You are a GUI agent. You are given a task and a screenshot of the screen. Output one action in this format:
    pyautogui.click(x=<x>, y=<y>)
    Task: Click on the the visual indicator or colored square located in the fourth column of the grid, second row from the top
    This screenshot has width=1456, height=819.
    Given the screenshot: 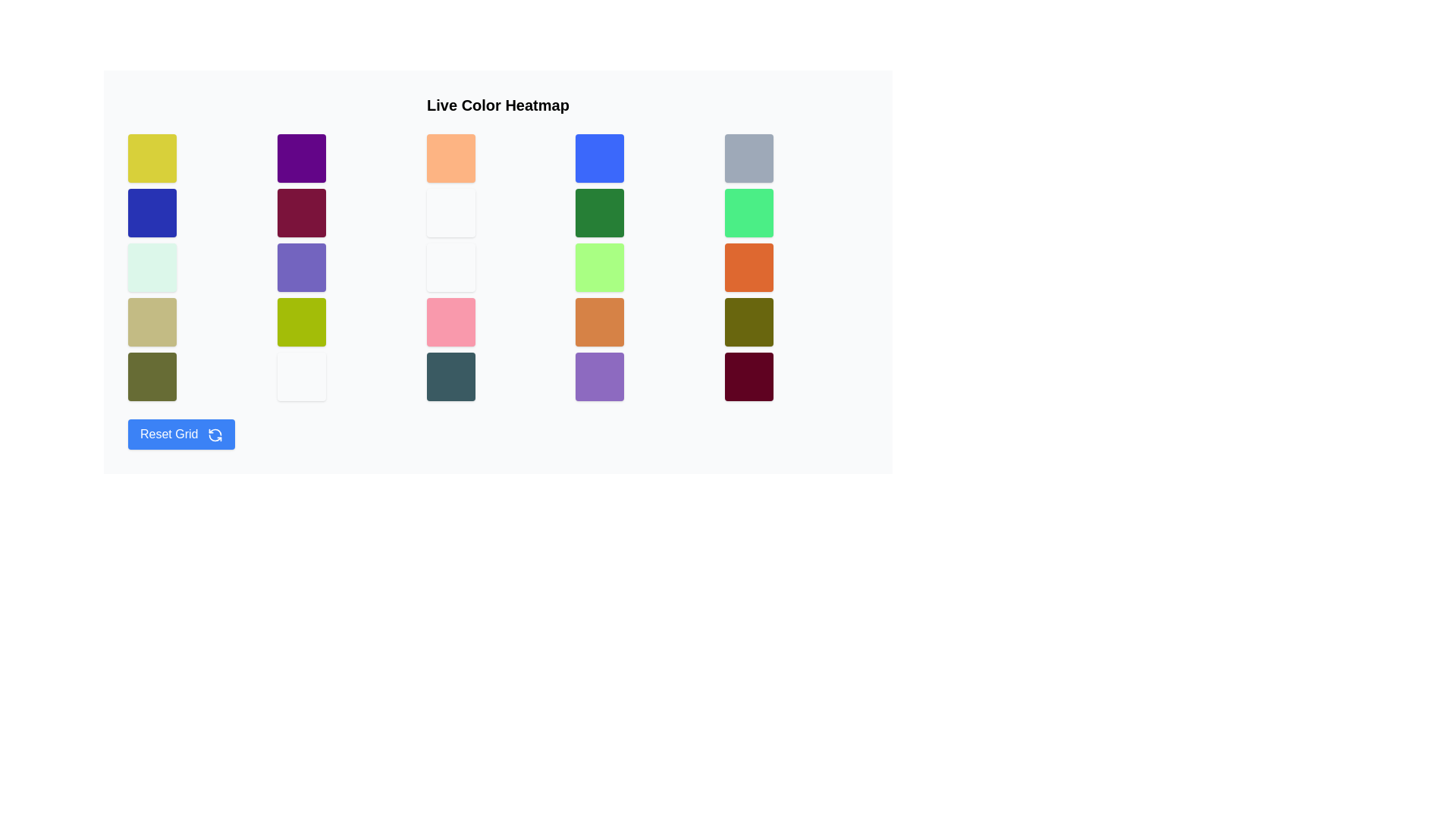 What is the action you would take?
    pyautogui.click(x=599, y=213)
    